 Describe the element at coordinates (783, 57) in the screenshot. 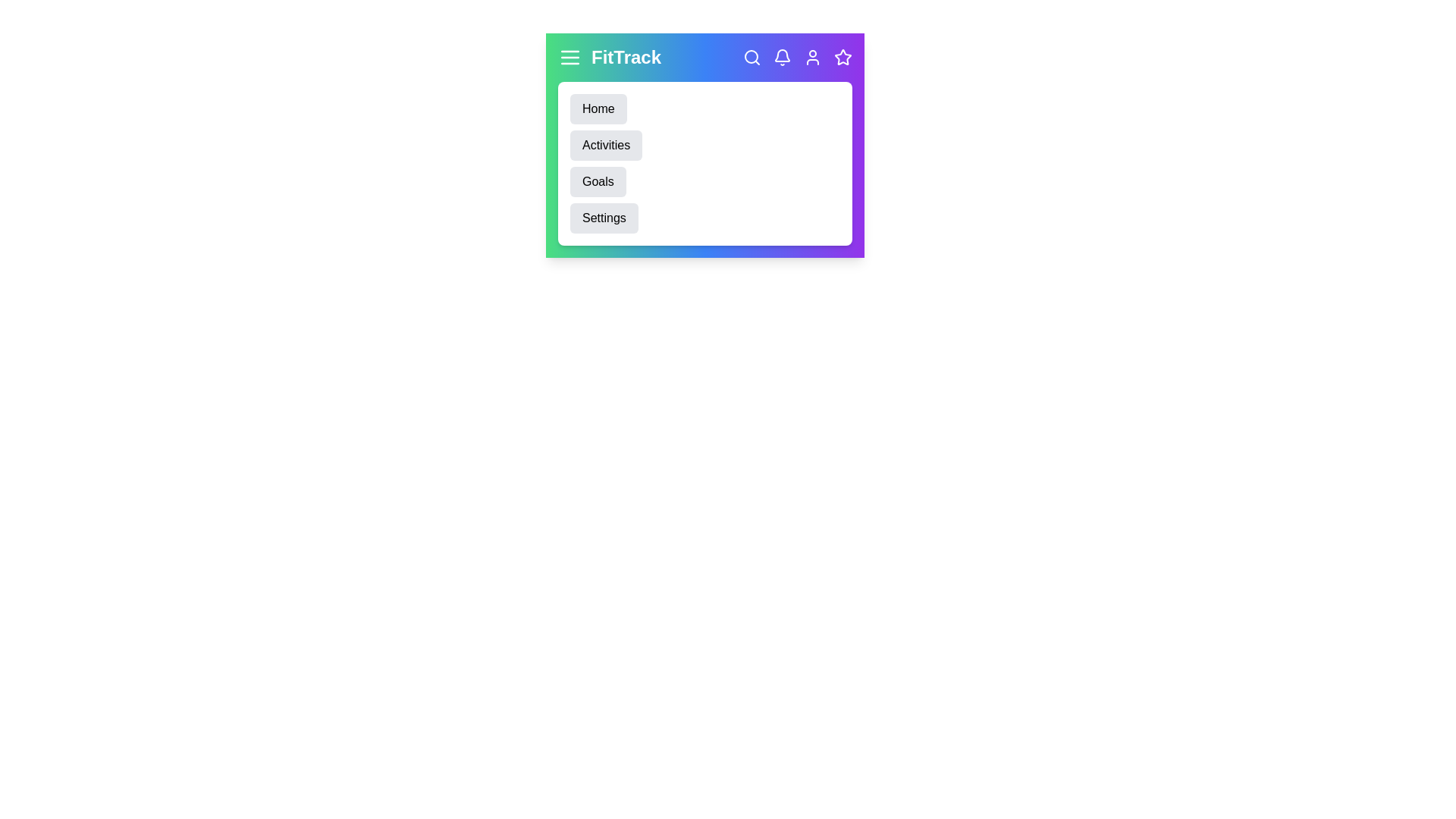

I see `the notifications icon to view alerts` at that location.